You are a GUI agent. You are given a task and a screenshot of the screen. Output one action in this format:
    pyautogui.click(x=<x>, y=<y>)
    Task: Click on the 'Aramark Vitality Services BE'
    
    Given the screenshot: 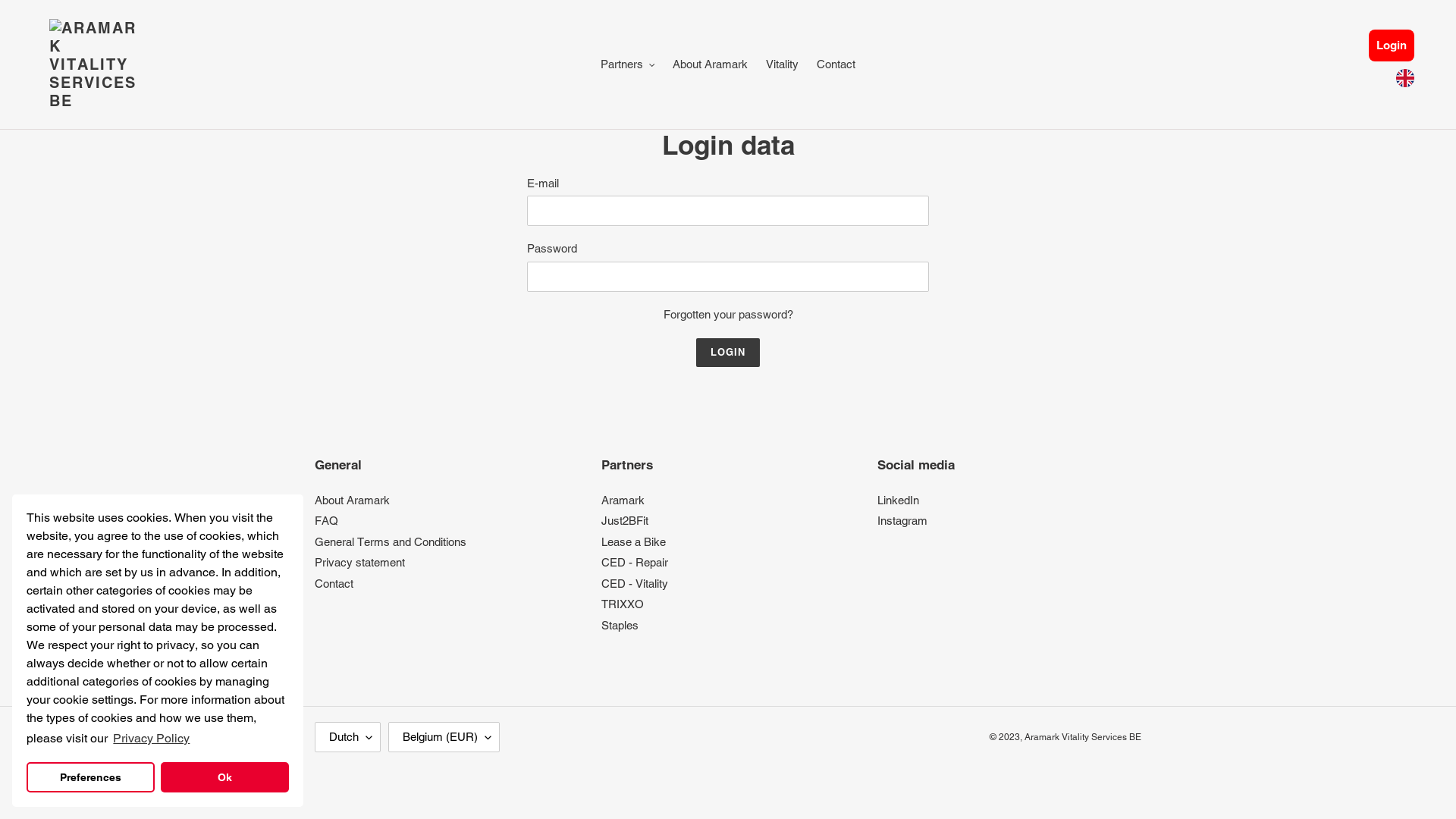 What is the action you would take?
    pyautogui.click(x=1081, y=736)
    